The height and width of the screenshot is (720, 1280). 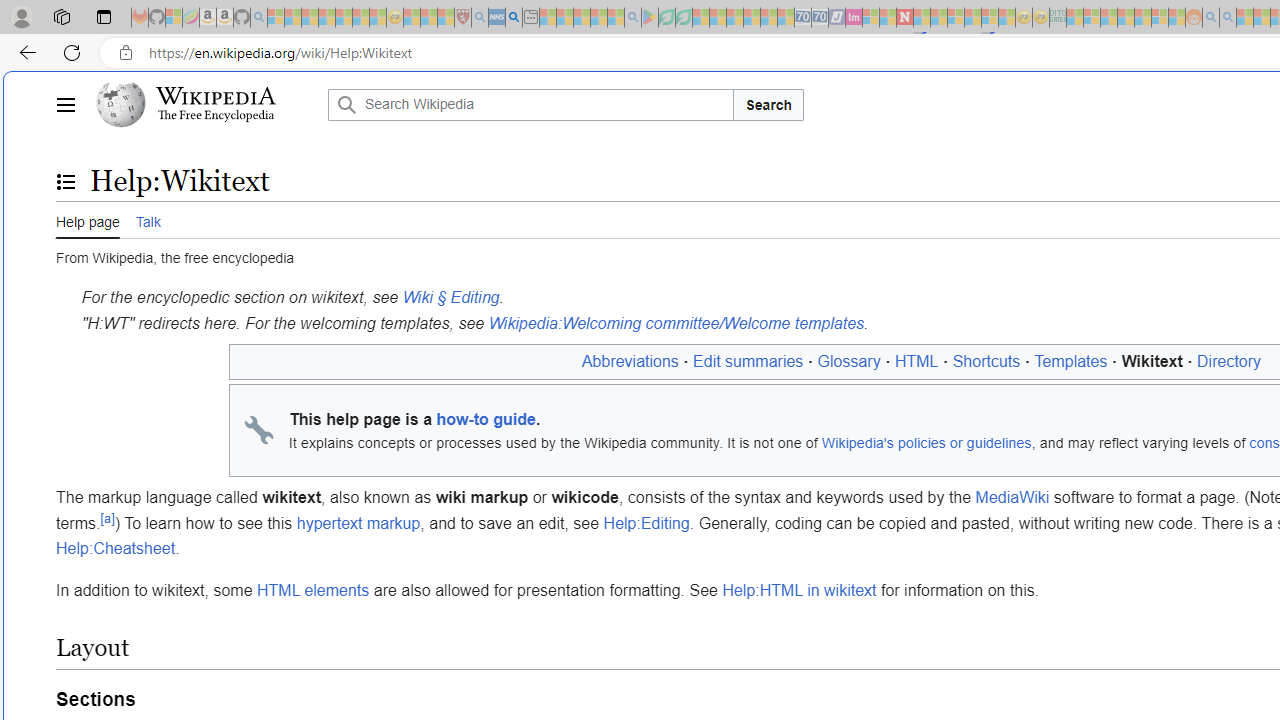 What do you see at coordinates (1074, 17) in the screenshot?
I see `'MSNBC - MSN - Sleeping'` at bounding box center [1074, 17].